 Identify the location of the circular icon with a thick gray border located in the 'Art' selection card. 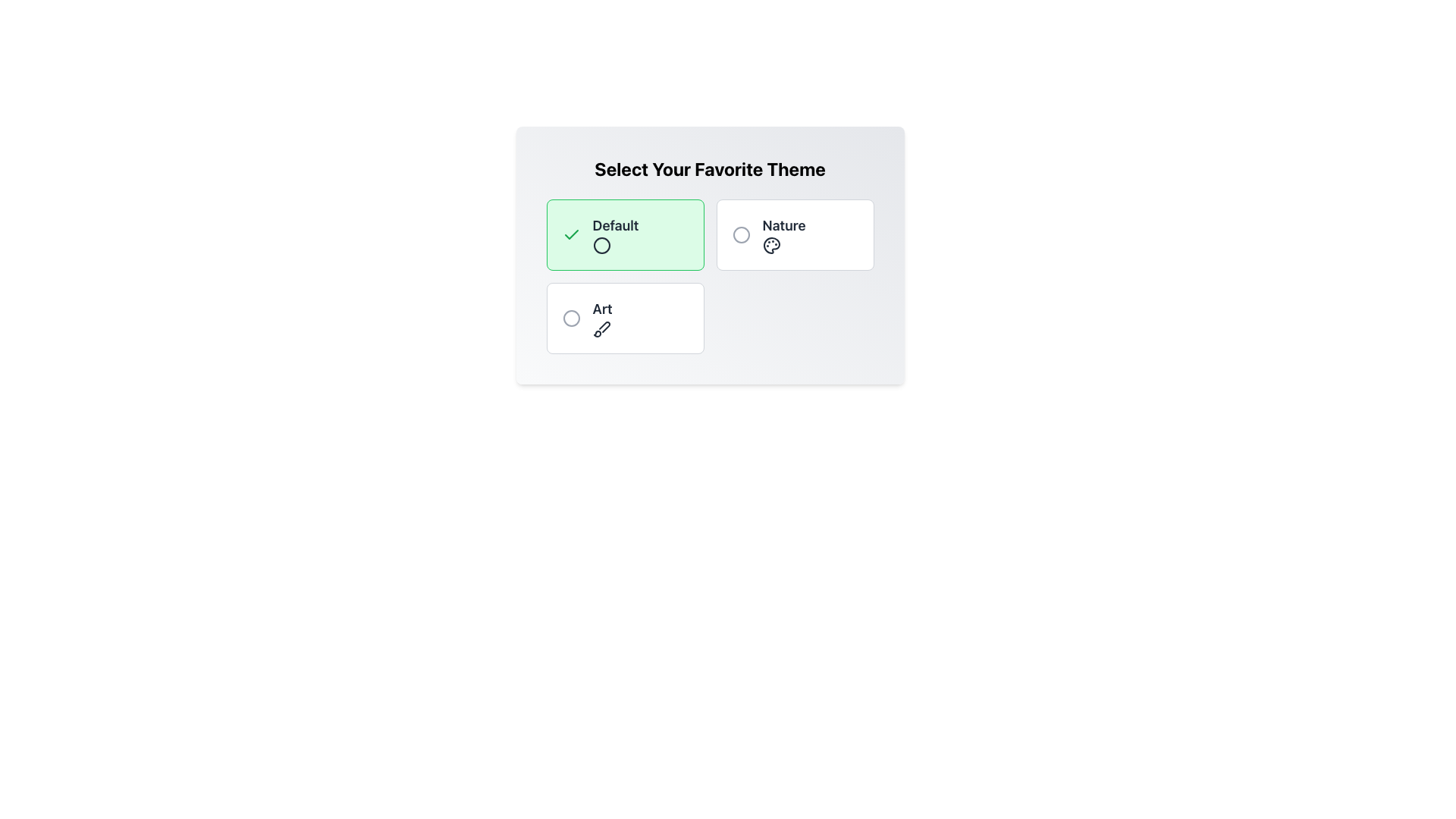
(570, 318).